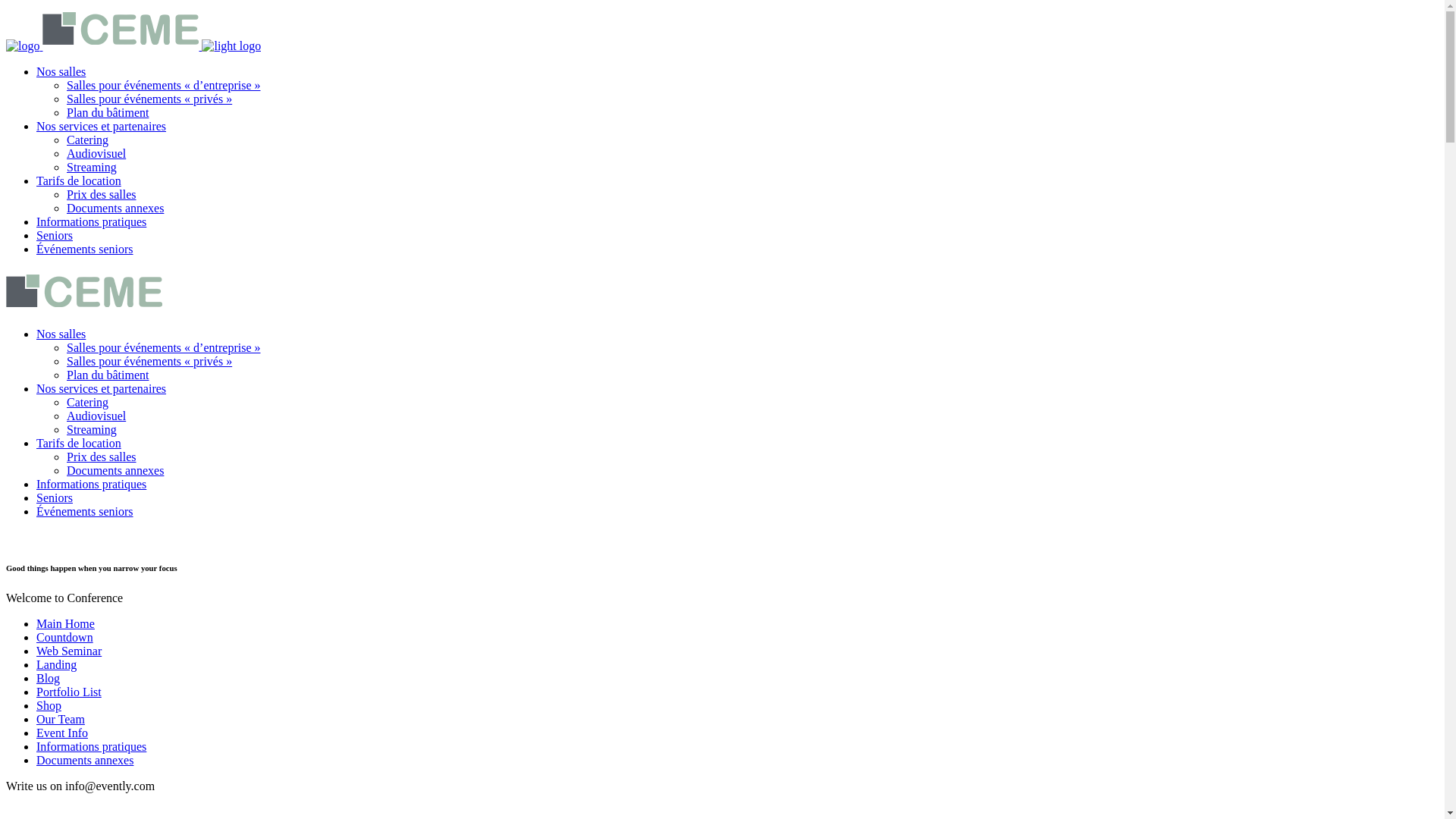  I want to click on 'Prix des salles', so click(101, 193).